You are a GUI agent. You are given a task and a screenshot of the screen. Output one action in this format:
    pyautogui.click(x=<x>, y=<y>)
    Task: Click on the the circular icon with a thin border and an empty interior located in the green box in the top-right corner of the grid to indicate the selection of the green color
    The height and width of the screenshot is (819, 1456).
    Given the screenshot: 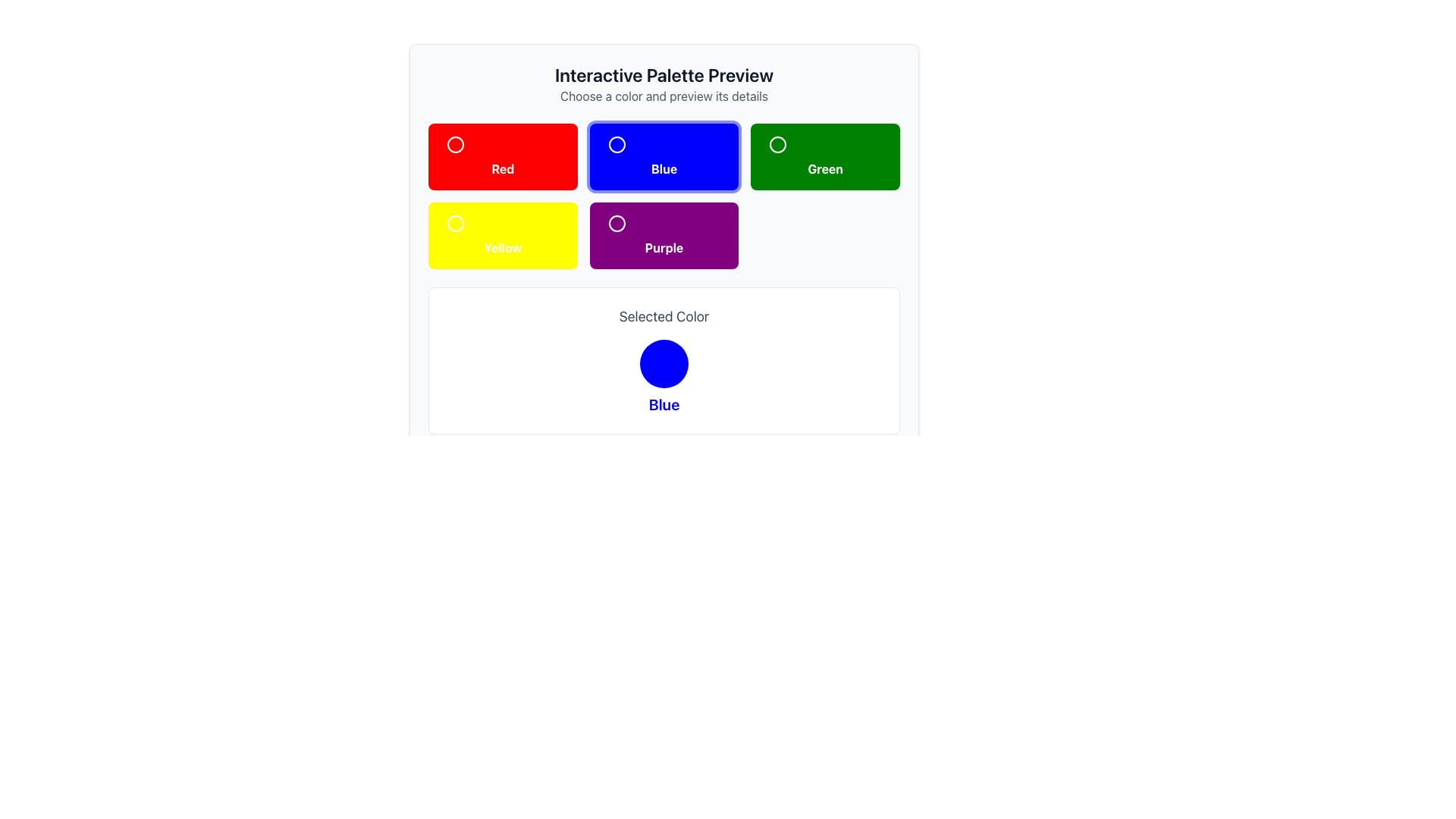 What is the action you would take?
    pyautogui.click(x=778, y=145)
    